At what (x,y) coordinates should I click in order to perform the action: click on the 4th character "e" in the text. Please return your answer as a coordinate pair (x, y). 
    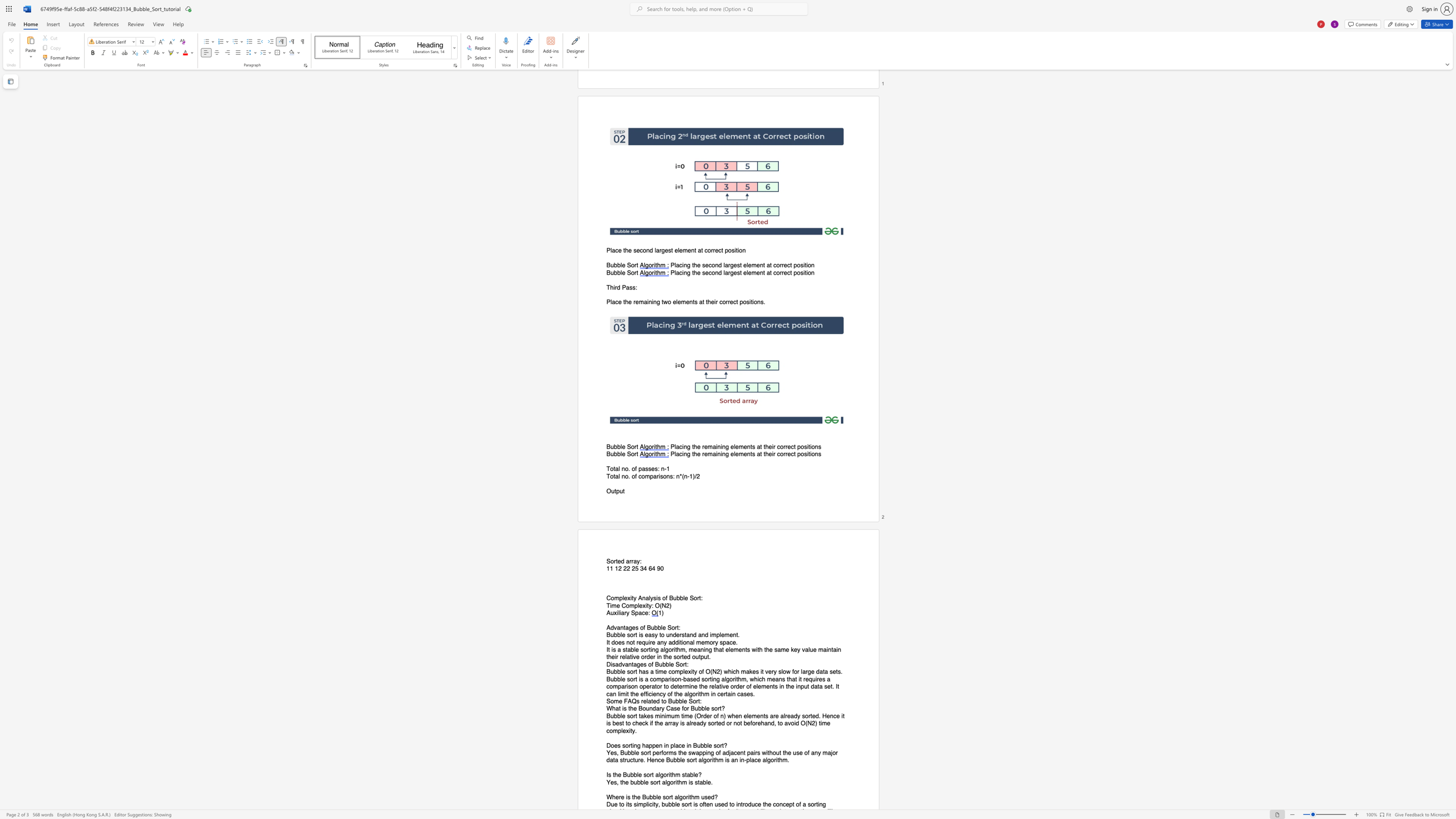
    Looking at the image, I should click on (722, 635).